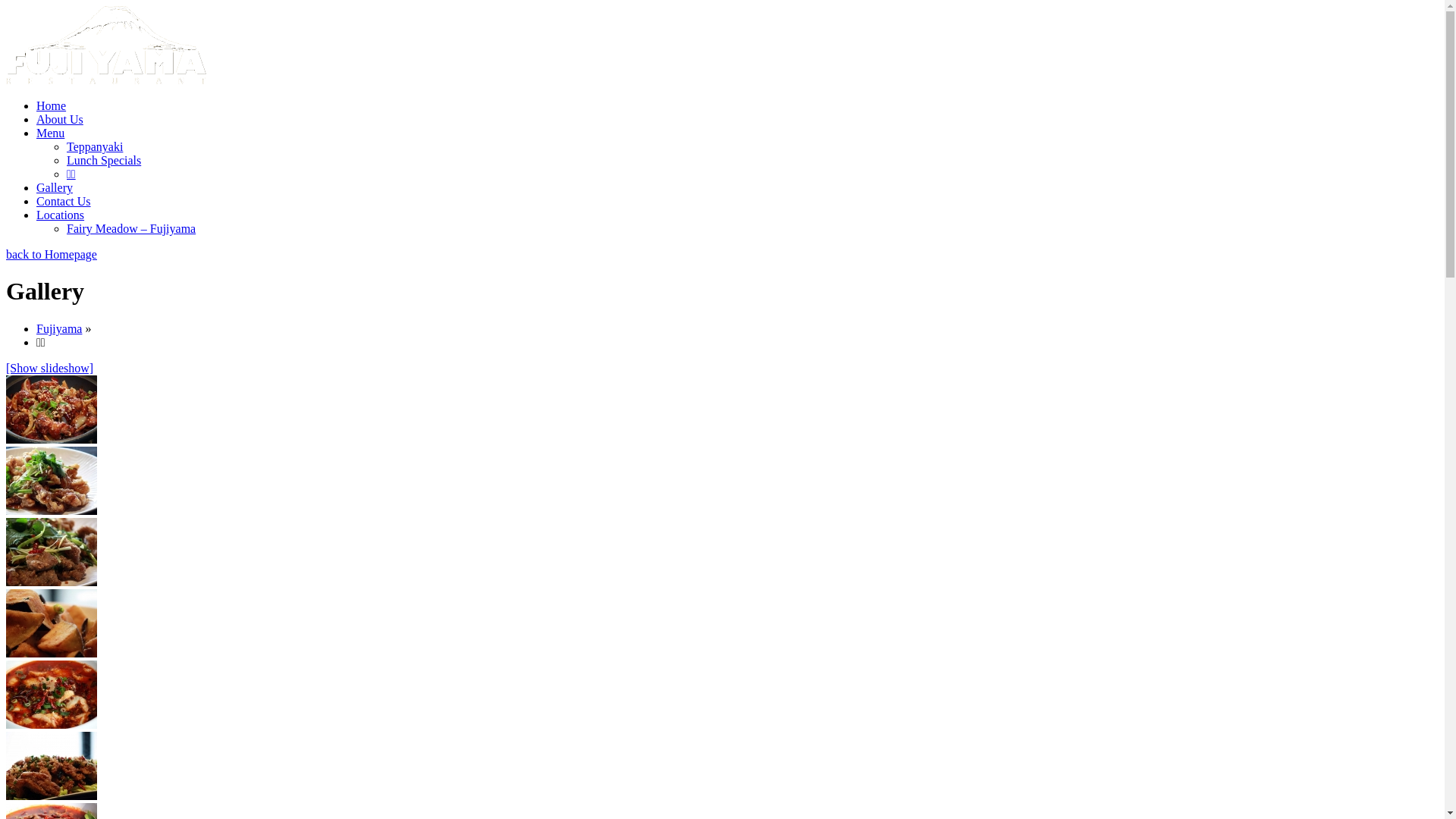 Image resolution: width=1456 pixels, height=819 pixels. What do you see at coordinates (50, 132) in the screenshot?
I see `'Menu'` at bounding box center [50, 132].